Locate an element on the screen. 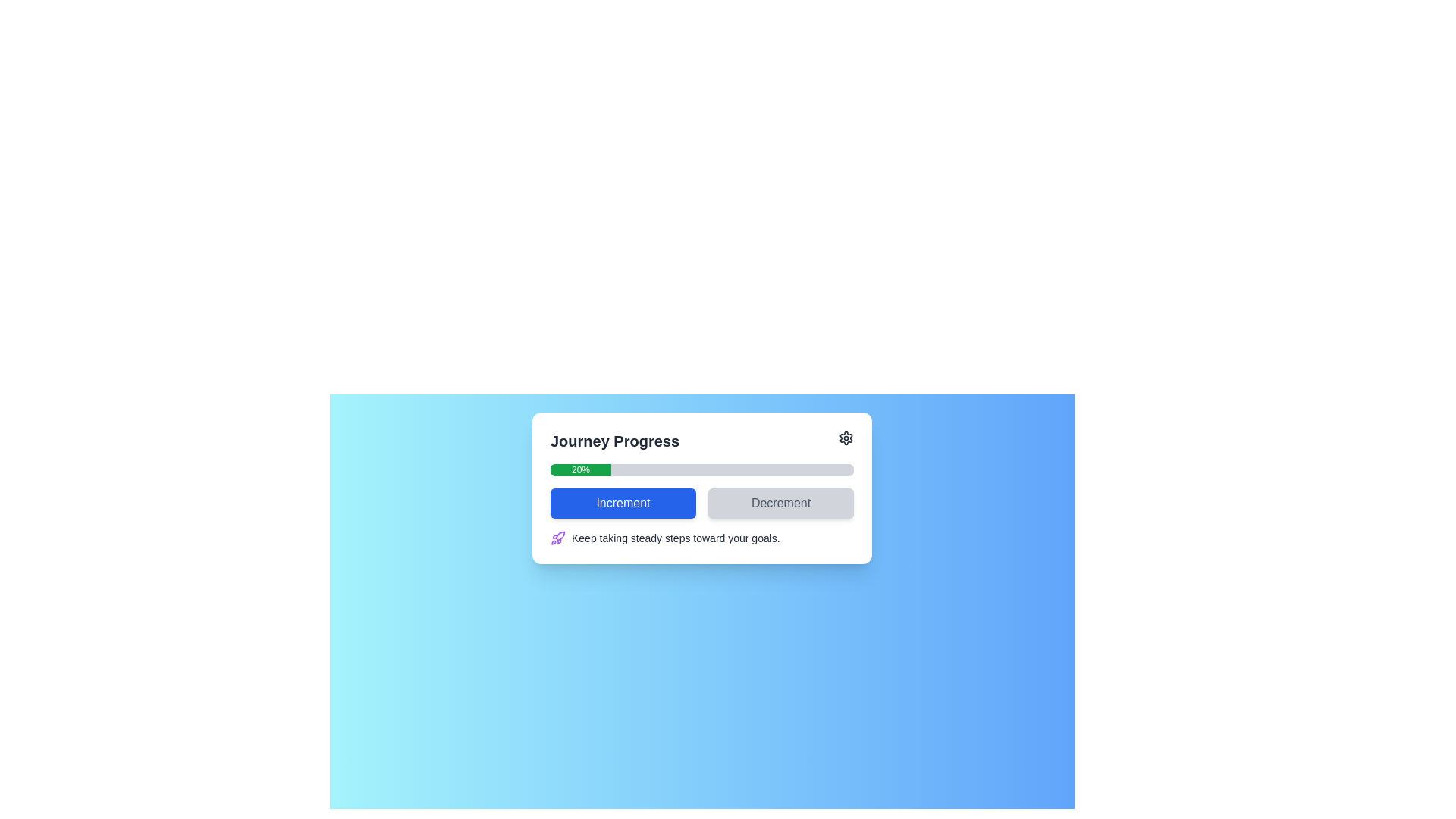 This screenshot has width=1456, height=819. the settings gear icon located near the top-right corner of the 'Journey Progress' section header is located at coordinates (846, 438).